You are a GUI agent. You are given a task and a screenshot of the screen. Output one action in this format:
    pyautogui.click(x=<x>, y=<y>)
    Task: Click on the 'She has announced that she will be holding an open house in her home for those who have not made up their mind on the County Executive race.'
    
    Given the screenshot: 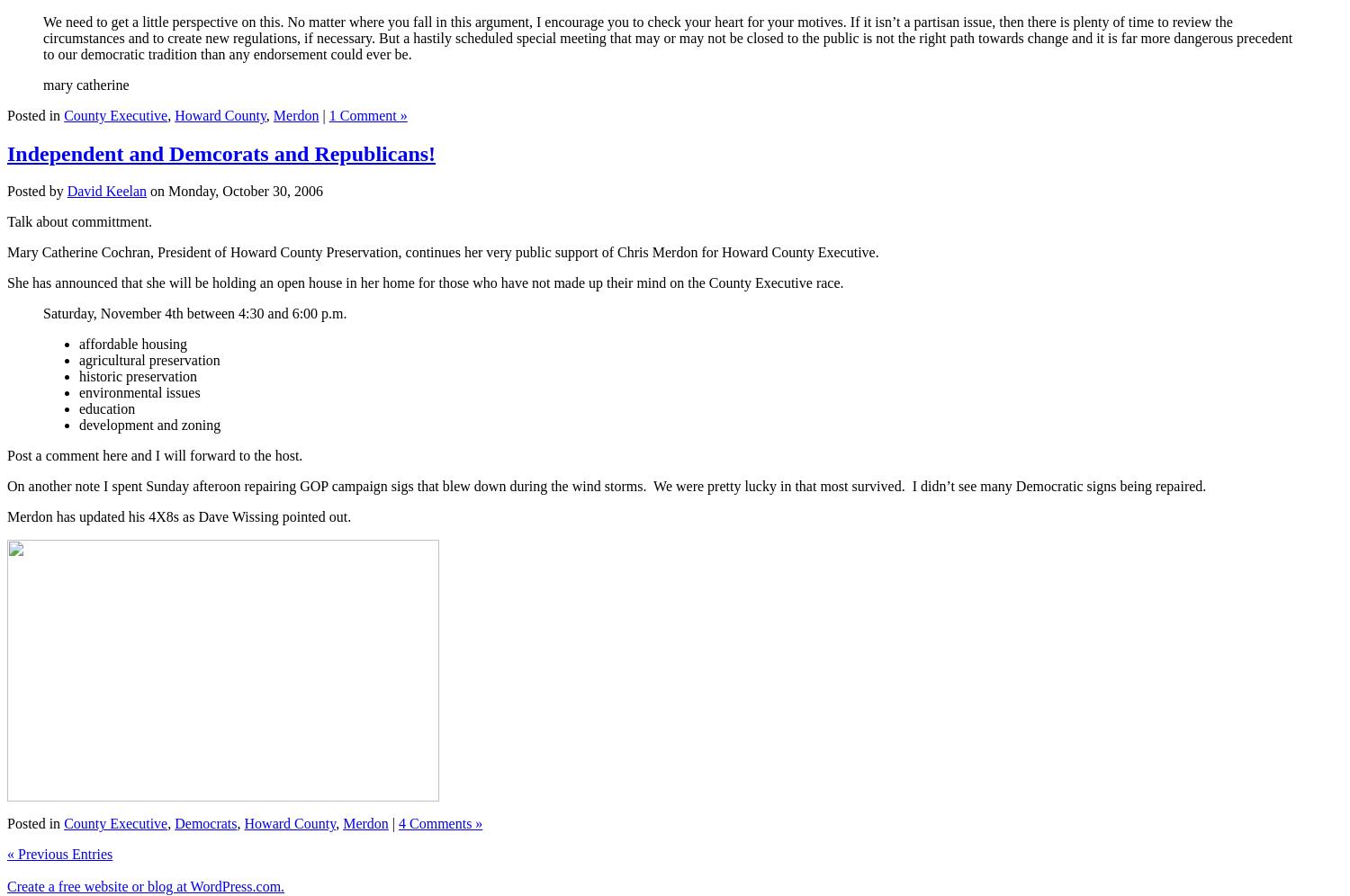 What is the action you would take?
    pyautogui.click(x=424, y=282)
    